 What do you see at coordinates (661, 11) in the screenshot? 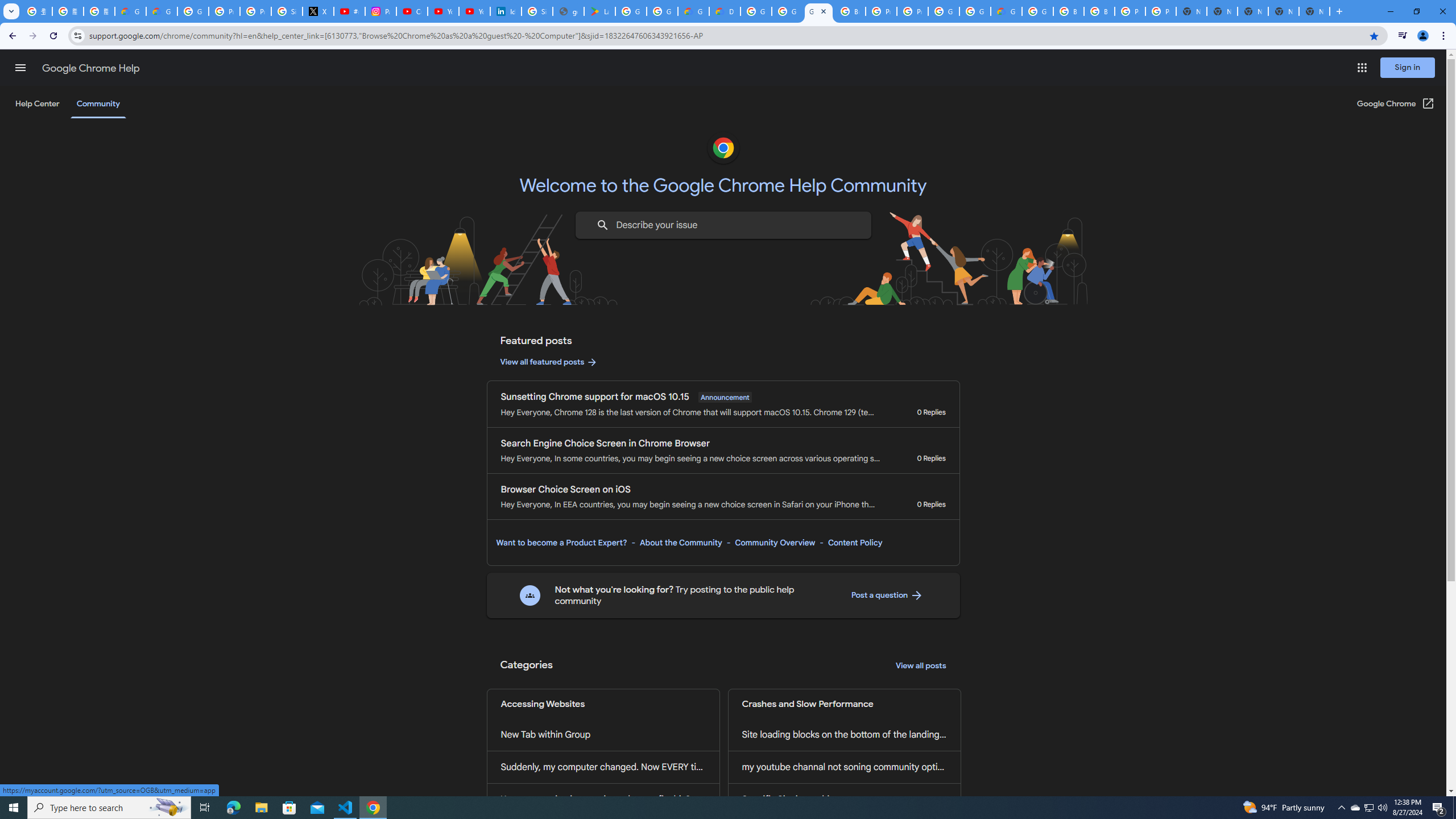
I see `'Google Workspace - Specific Terms'` at bounding box center [661, 11].